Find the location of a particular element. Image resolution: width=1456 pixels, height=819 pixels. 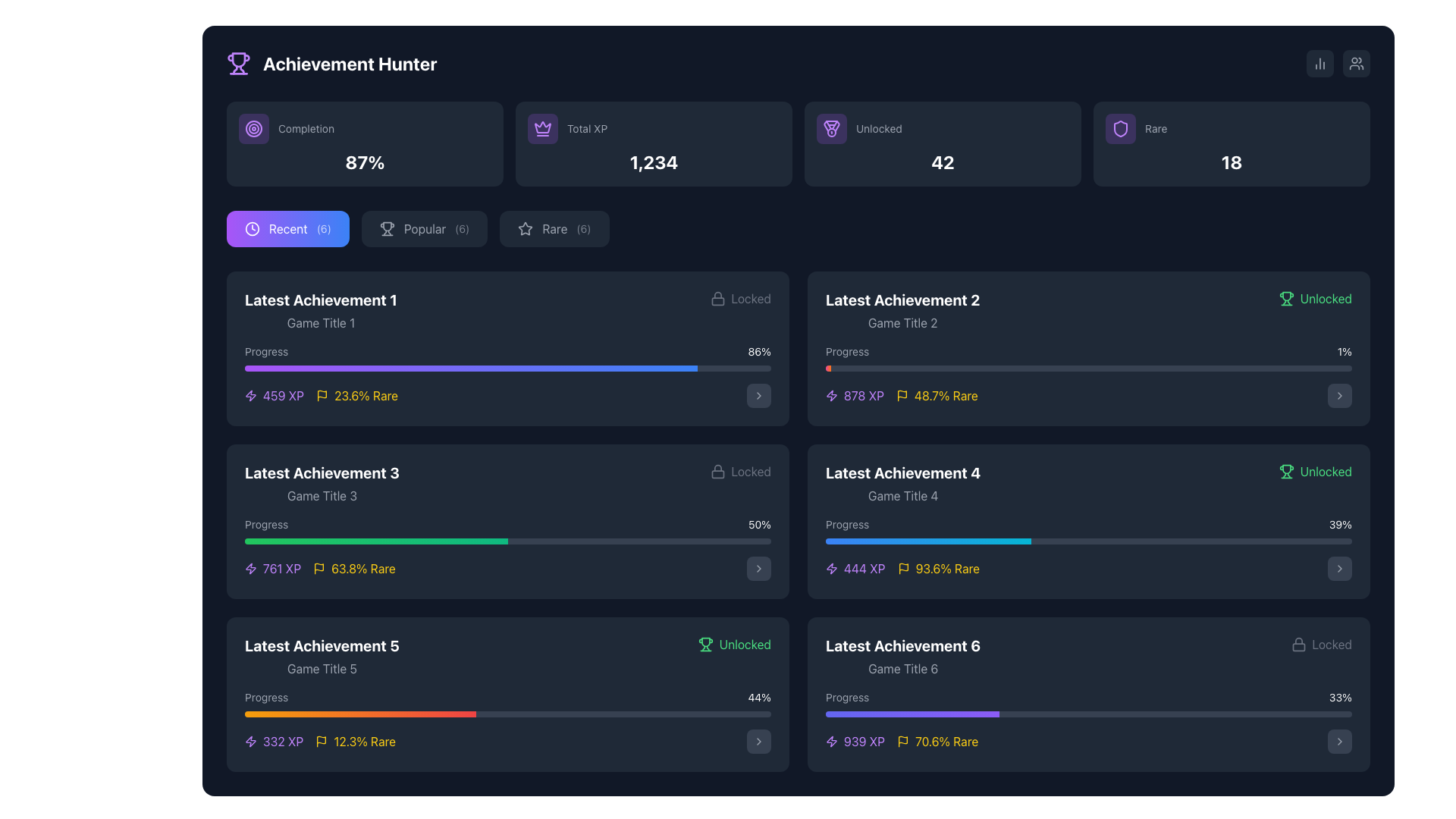

the crown icon with purple outlines located in the second card from the left, near the 'Total XP' text is located at coordinates (542, 127).